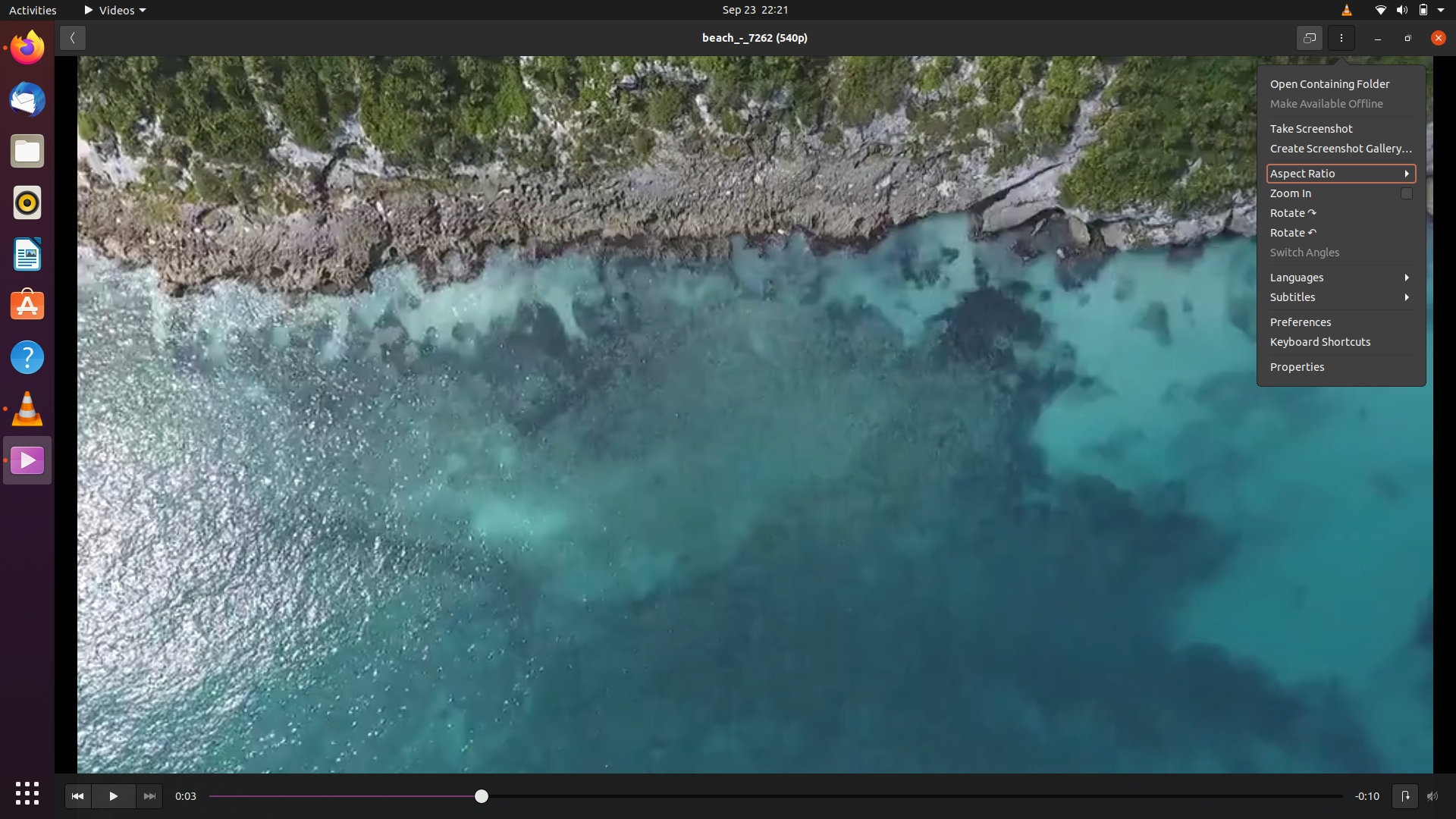 The height and width of the screenshot is (819, 1456). Describe the element at coordinates (1343, 297) in the screenshot. I see `Shift the subtitle language to the second option from the list` at that location.